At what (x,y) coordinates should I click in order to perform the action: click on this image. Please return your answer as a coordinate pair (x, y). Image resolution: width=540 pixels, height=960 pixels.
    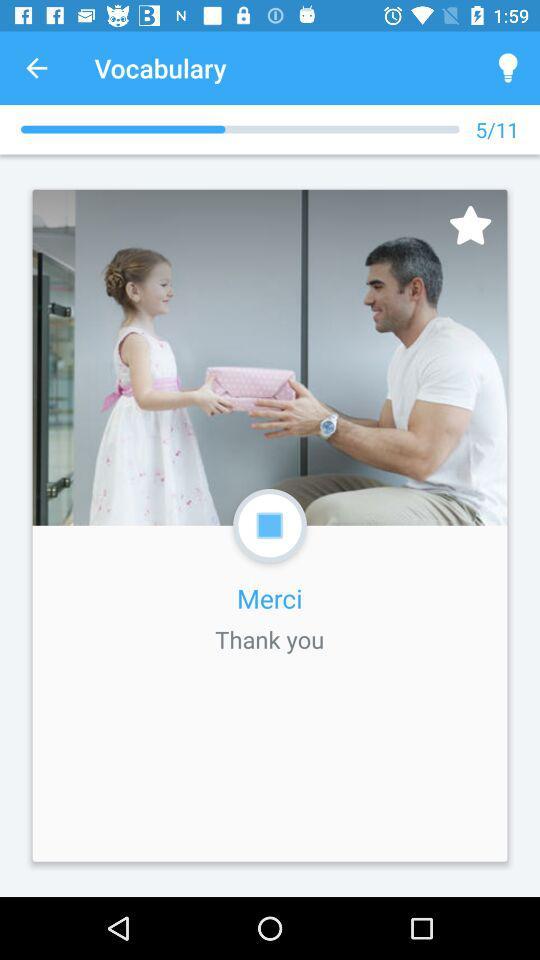
    Looking at the image, I should click on (470, 225).